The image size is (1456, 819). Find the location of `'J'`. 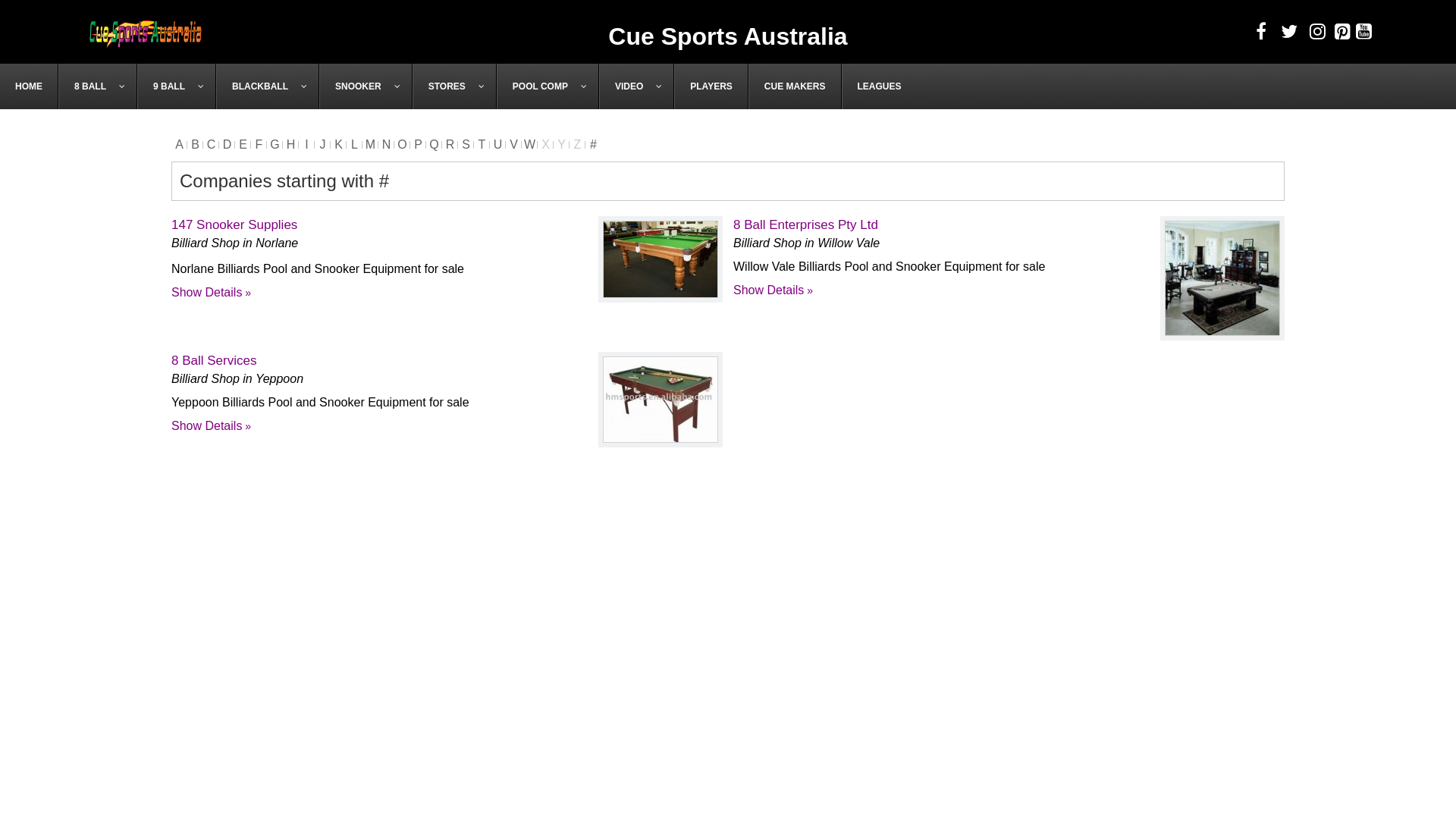

'J' is located at coordinates (322, 144).